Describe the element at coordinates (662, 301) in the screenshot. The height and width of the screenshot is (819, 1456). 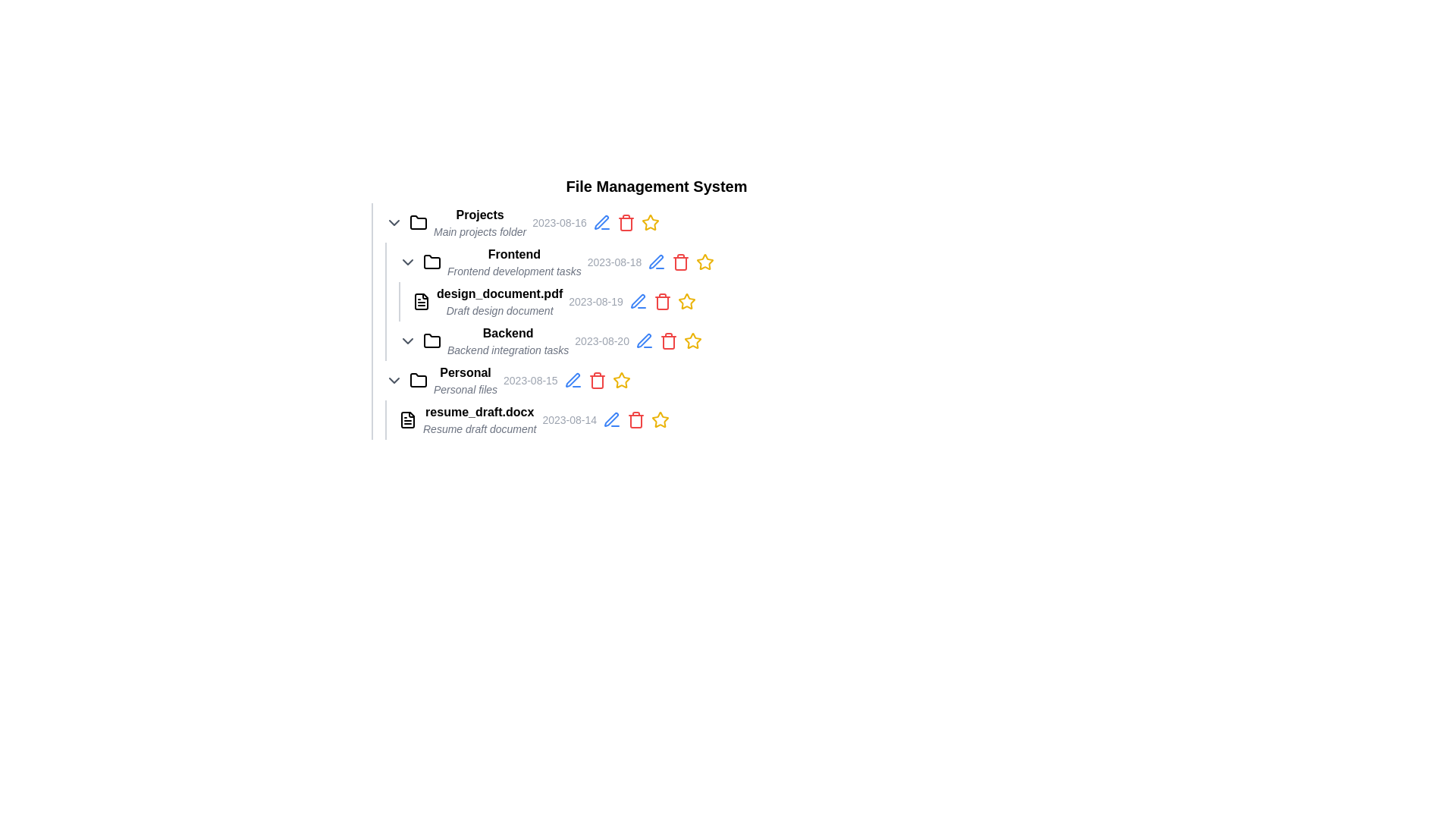
I see `the delete button located at the rightmost end of the row for 'design_document.pdf'` at that location.